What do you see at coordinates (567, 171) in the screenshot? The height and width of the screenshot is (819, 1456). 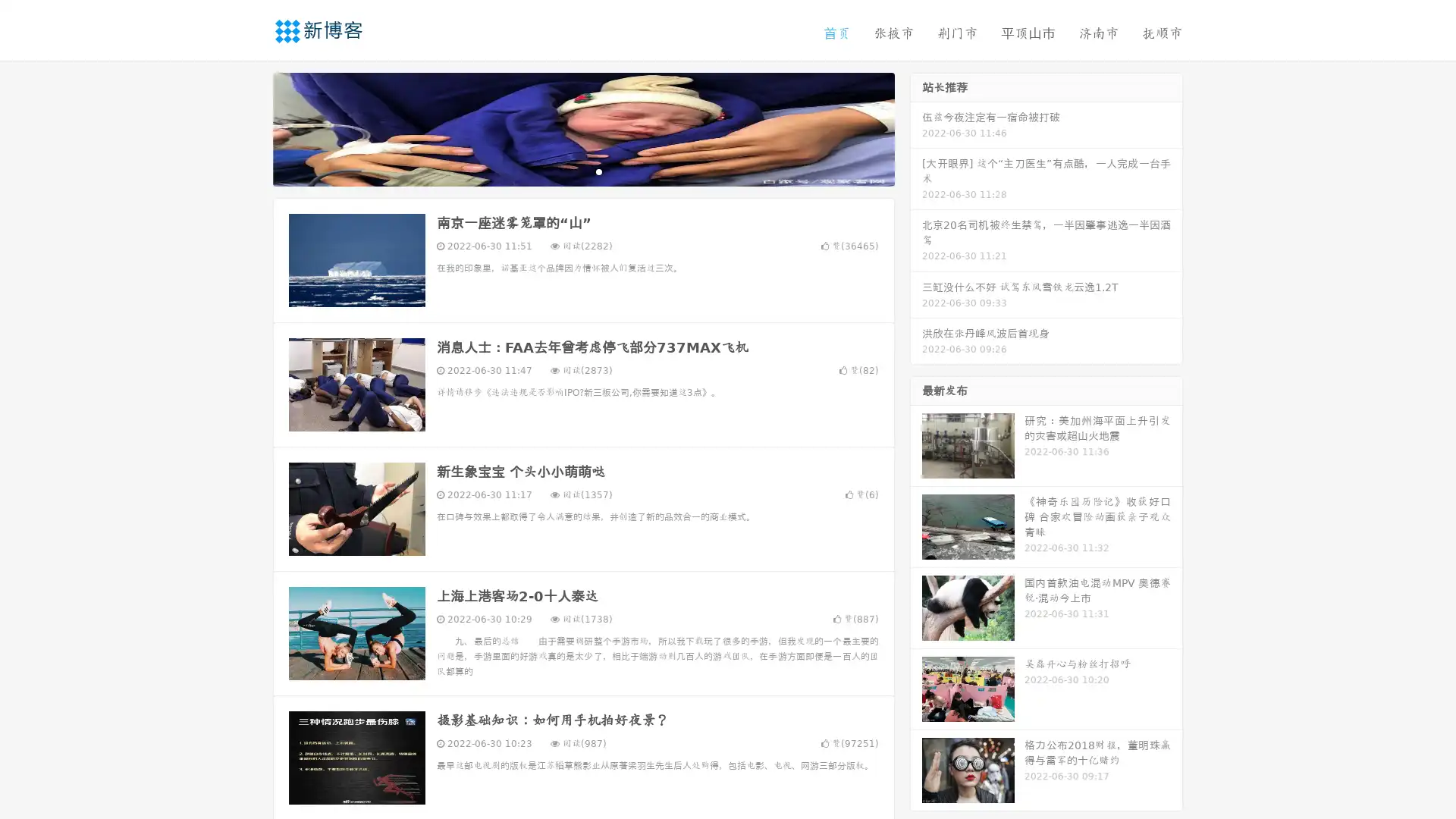 I see `Go to slide 1` at bounding box center [567, 171].